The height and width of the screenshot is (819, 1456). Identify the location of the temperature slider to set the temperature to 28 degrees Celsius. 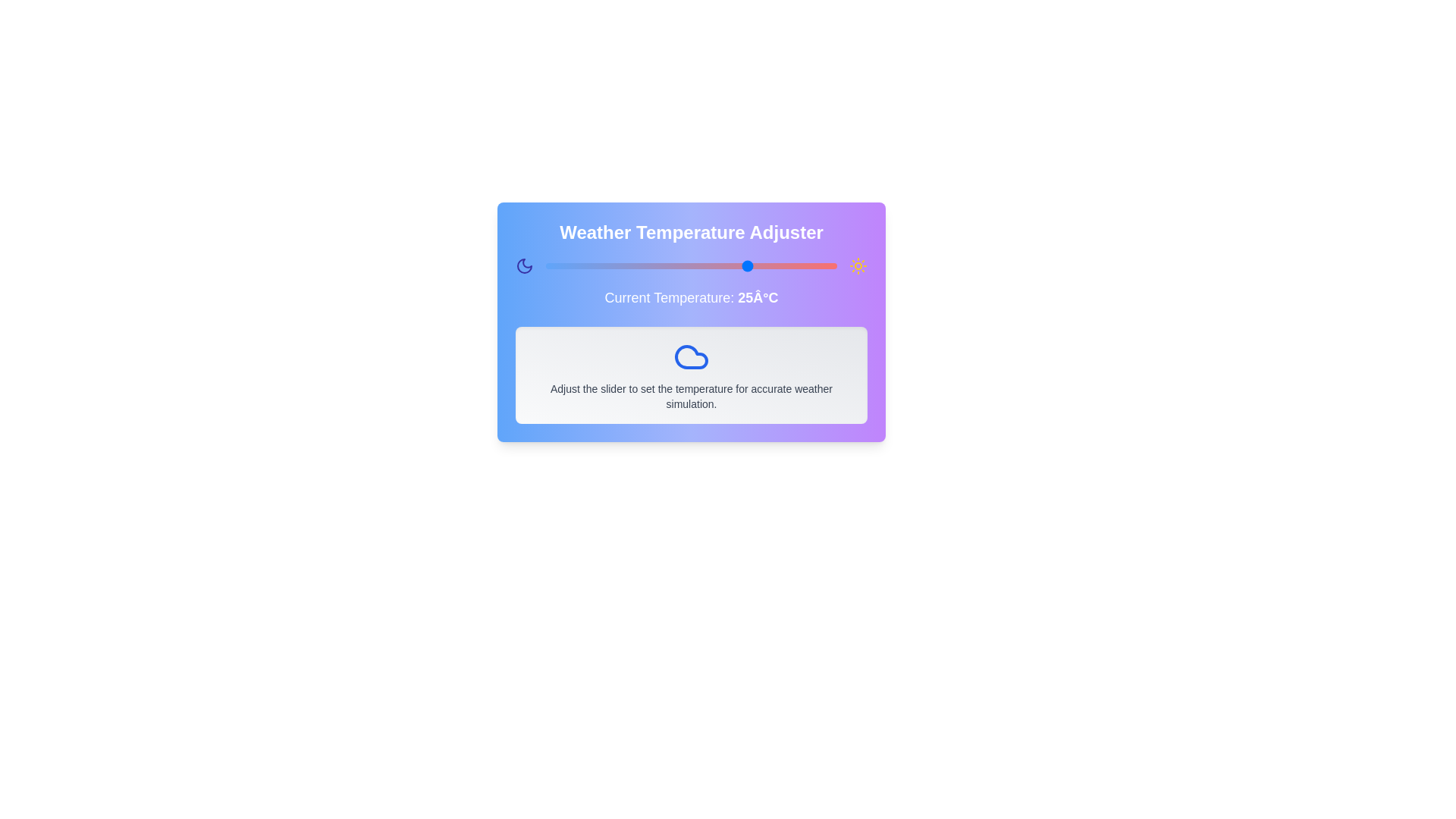
(767, 265).